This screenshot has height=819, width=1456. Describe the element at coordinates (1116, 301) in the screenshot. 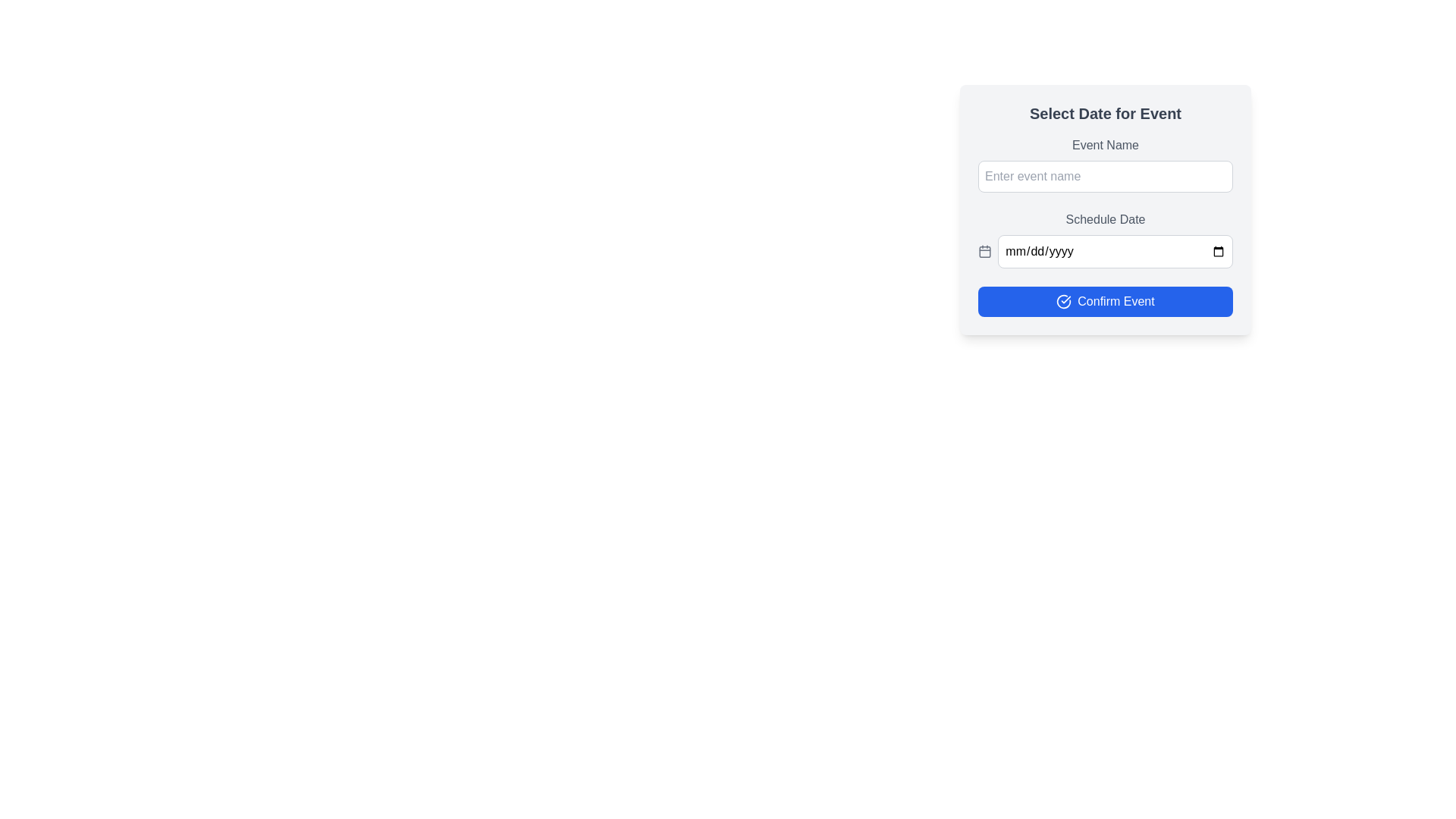

I see `the 'Confirm Event' text button` at that location.